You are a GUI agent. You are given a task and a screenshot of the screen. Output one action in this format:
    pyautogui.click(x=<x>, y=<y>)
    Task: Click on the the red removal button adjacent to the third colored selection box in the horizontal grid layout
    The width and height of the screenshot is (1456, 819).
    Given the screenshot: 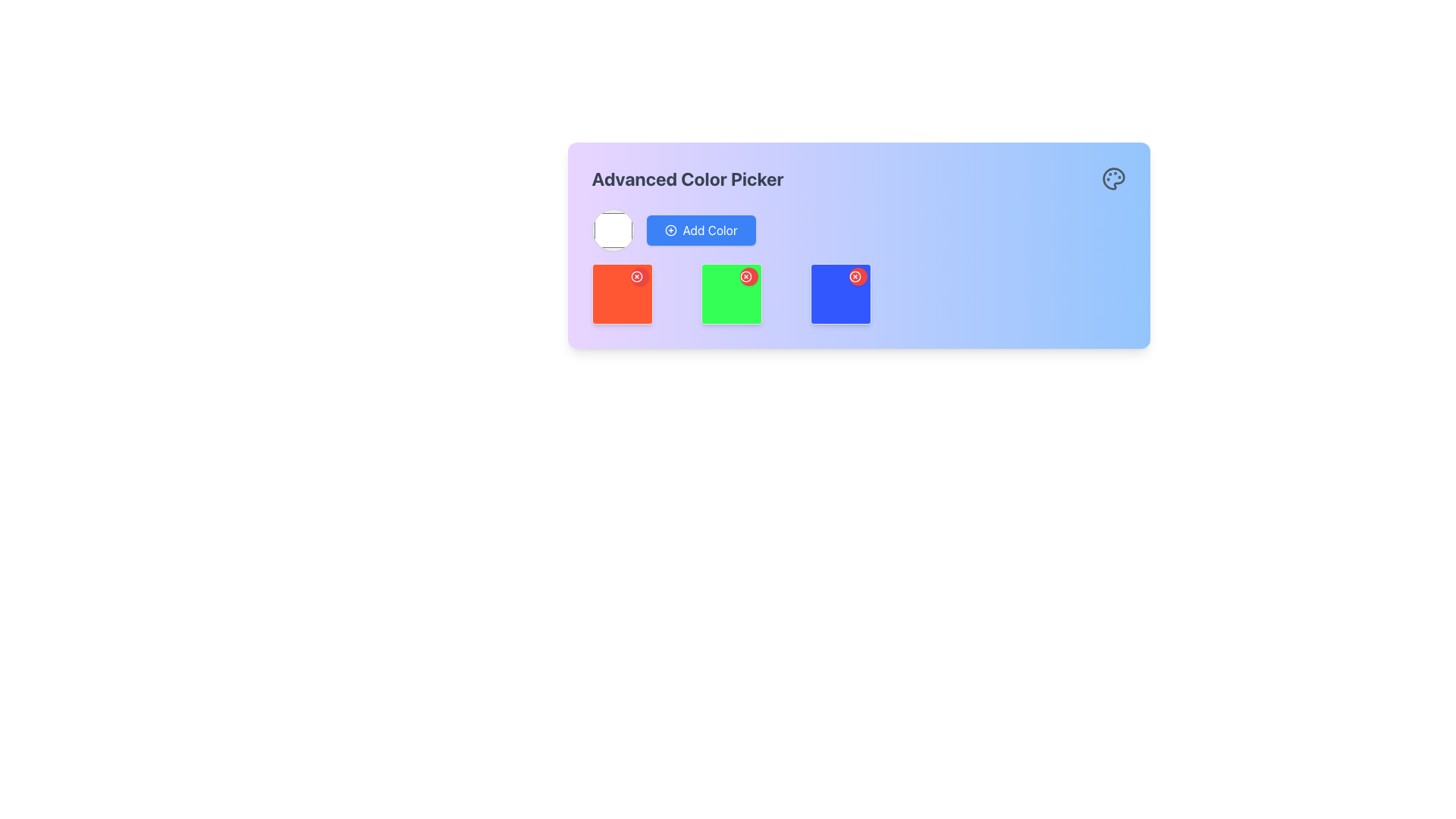 What is the action you would take?
    pyautogui.click(x=858, y=294)
    